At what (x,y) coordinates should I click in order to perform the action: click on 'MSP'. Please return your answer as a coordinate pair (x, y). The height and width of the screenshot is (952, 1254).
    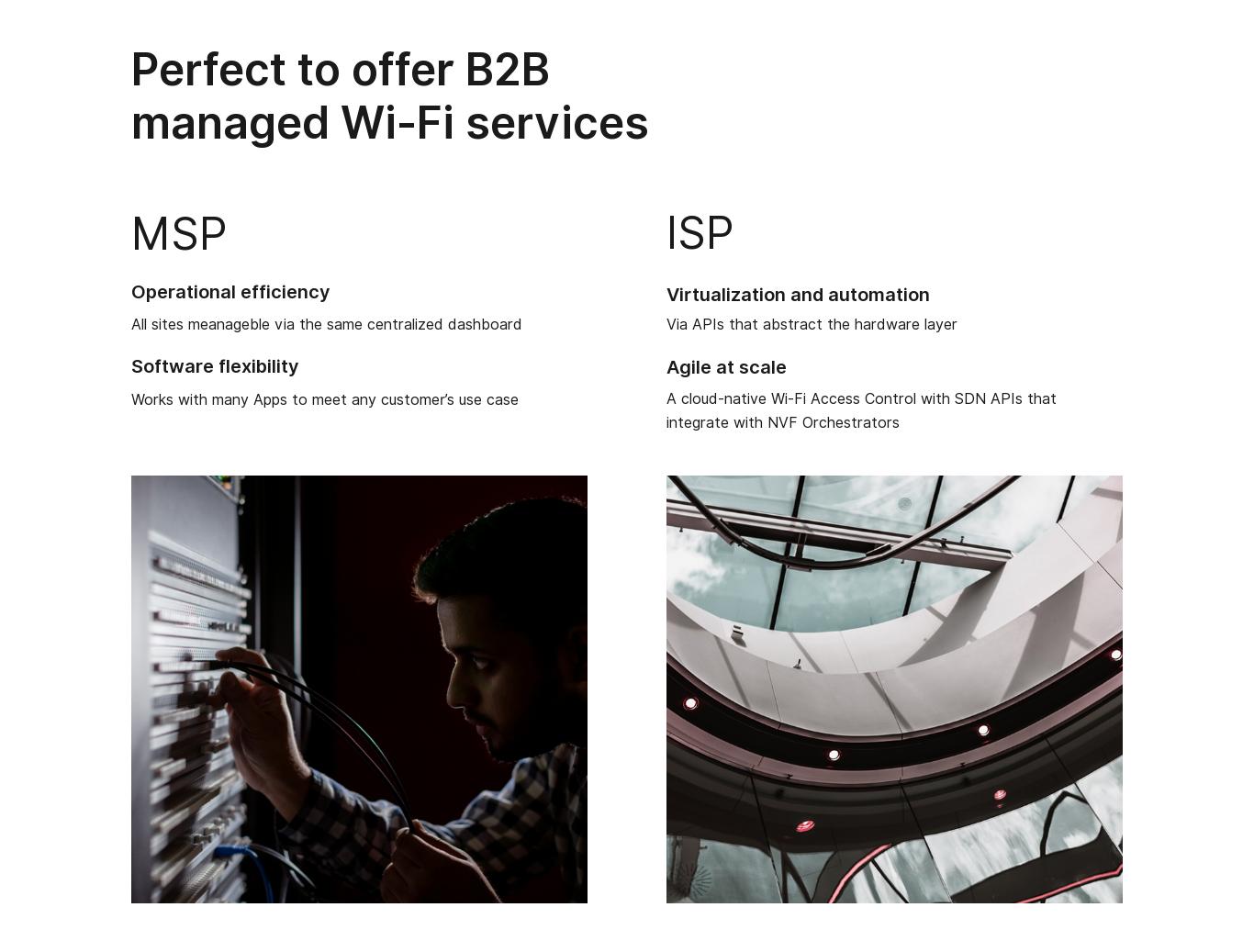
    Looking at the image, I should click on (178, 232).